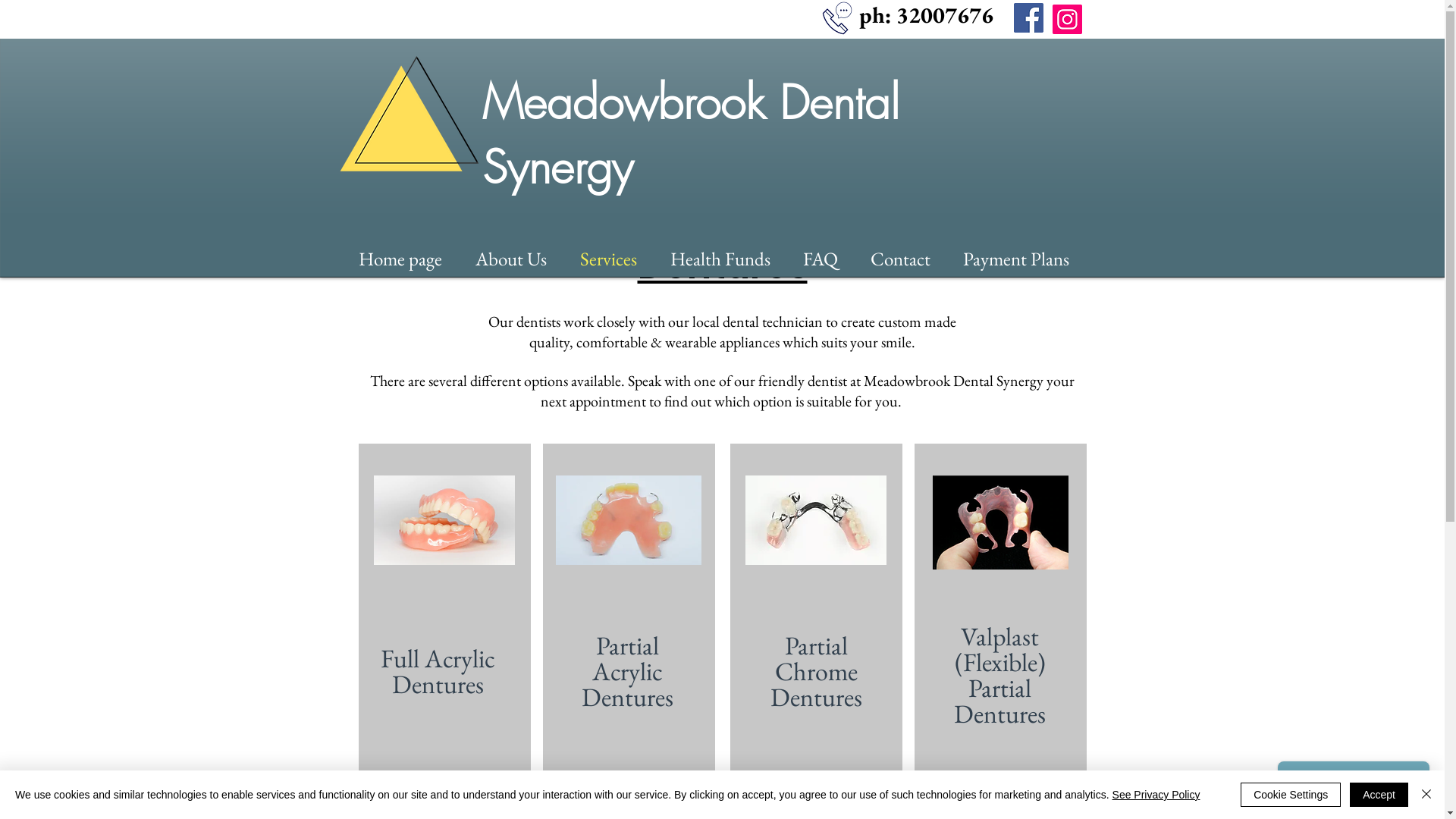 The width and height of the screenshot is (1456, 819). I want to click on 'Services', so click(617, 256).